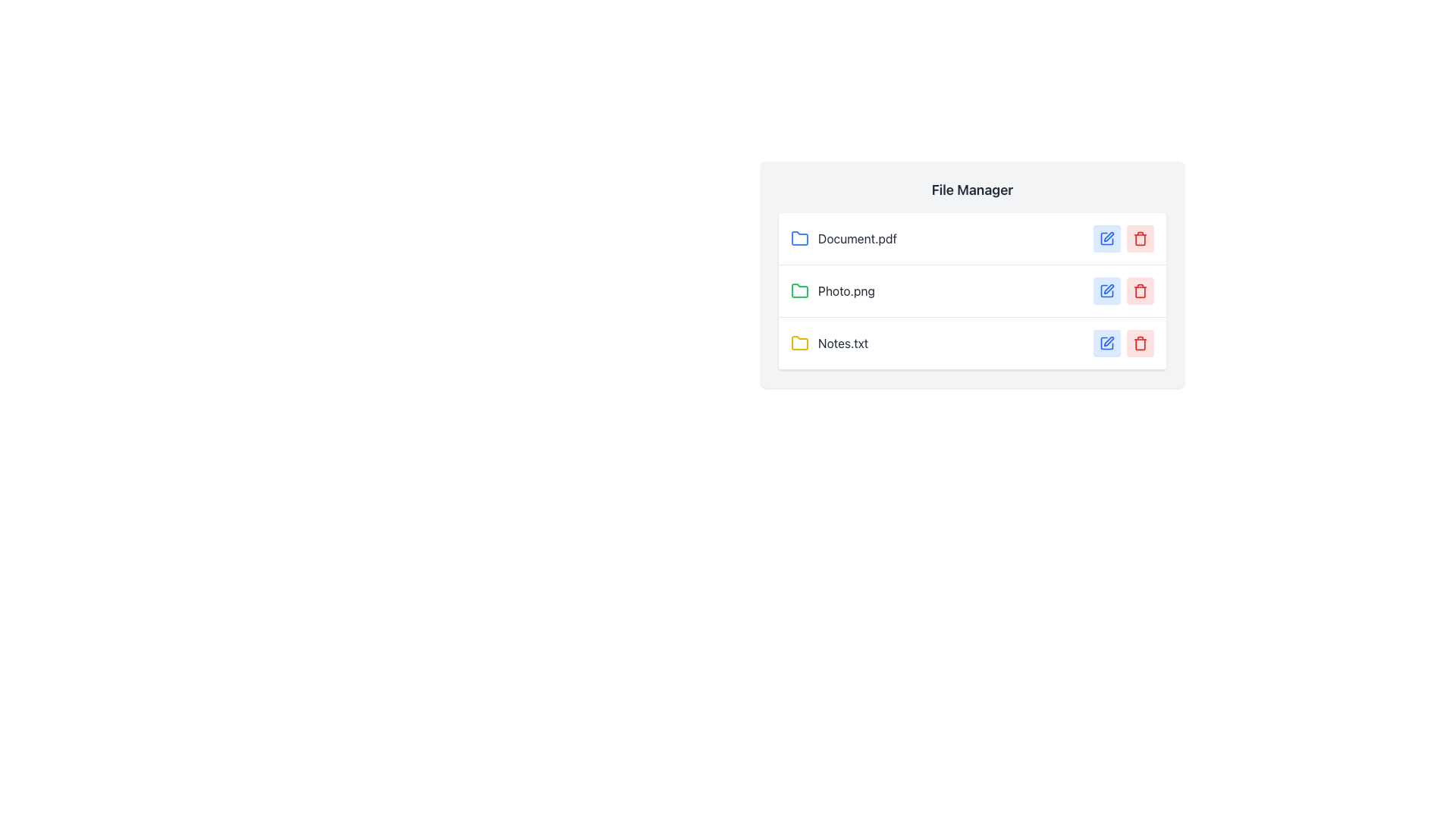  What do you see at coordinates (972, 275) in the screenshot?
I see `the 'Photo.png' file entry in the File Manager` at bounding box center [972, 275].